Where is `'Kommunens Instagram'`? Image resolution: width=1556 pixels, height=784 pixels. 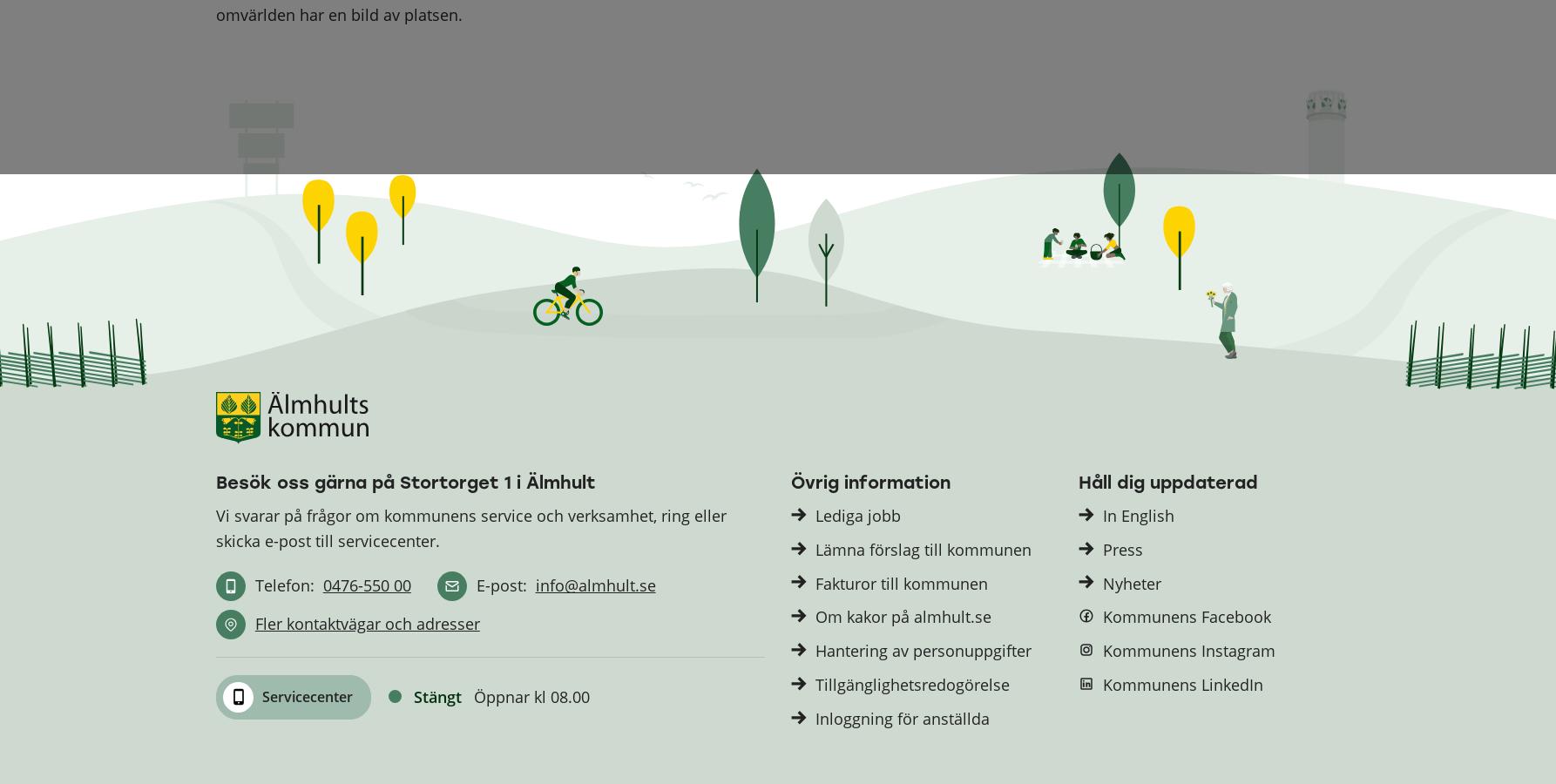
'Kommunens Instagram' is located at coordinates (1188, 650).